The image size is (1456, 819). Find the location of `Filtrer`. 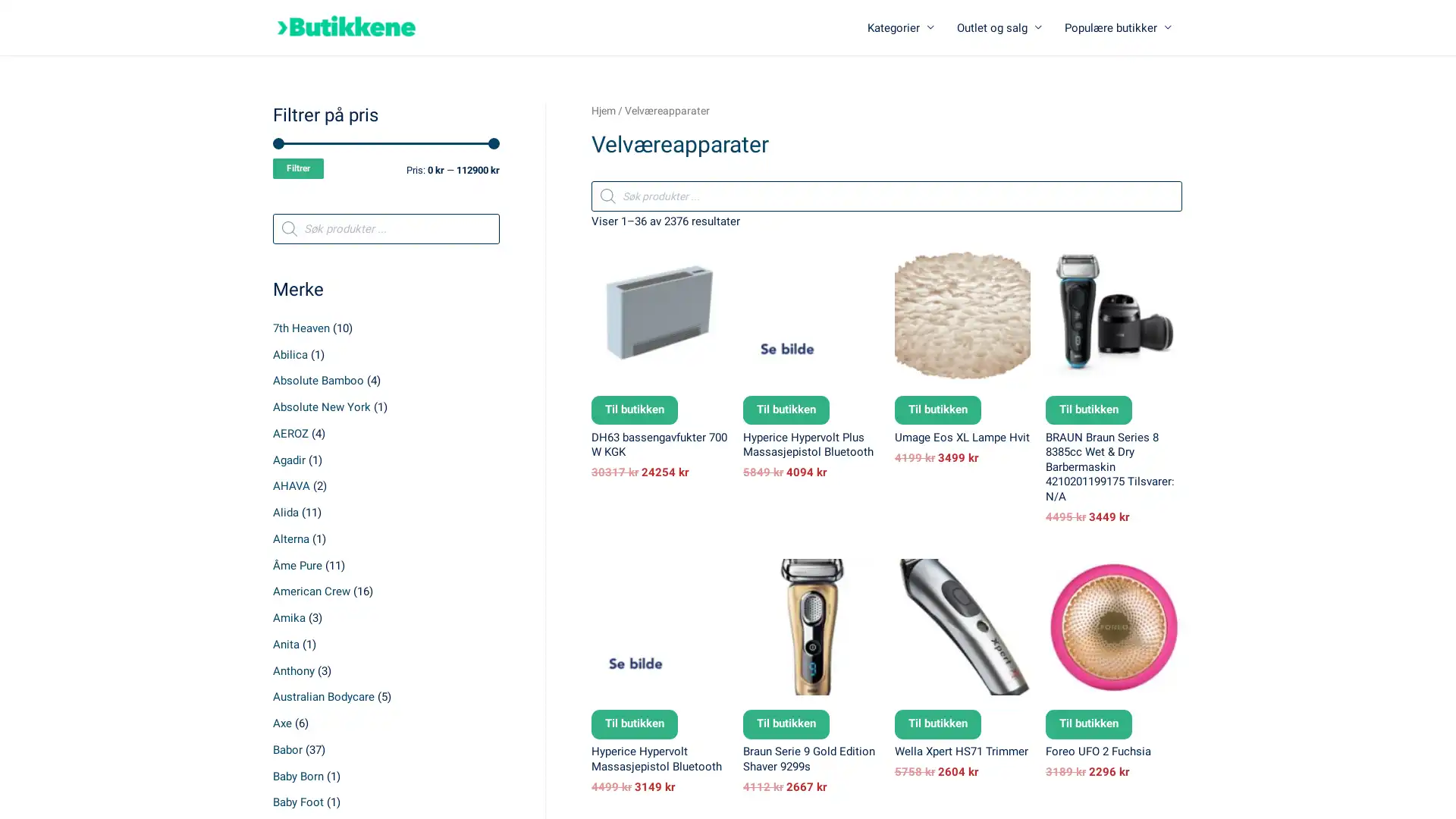

Filtrer is located at coordinates (298, 168).